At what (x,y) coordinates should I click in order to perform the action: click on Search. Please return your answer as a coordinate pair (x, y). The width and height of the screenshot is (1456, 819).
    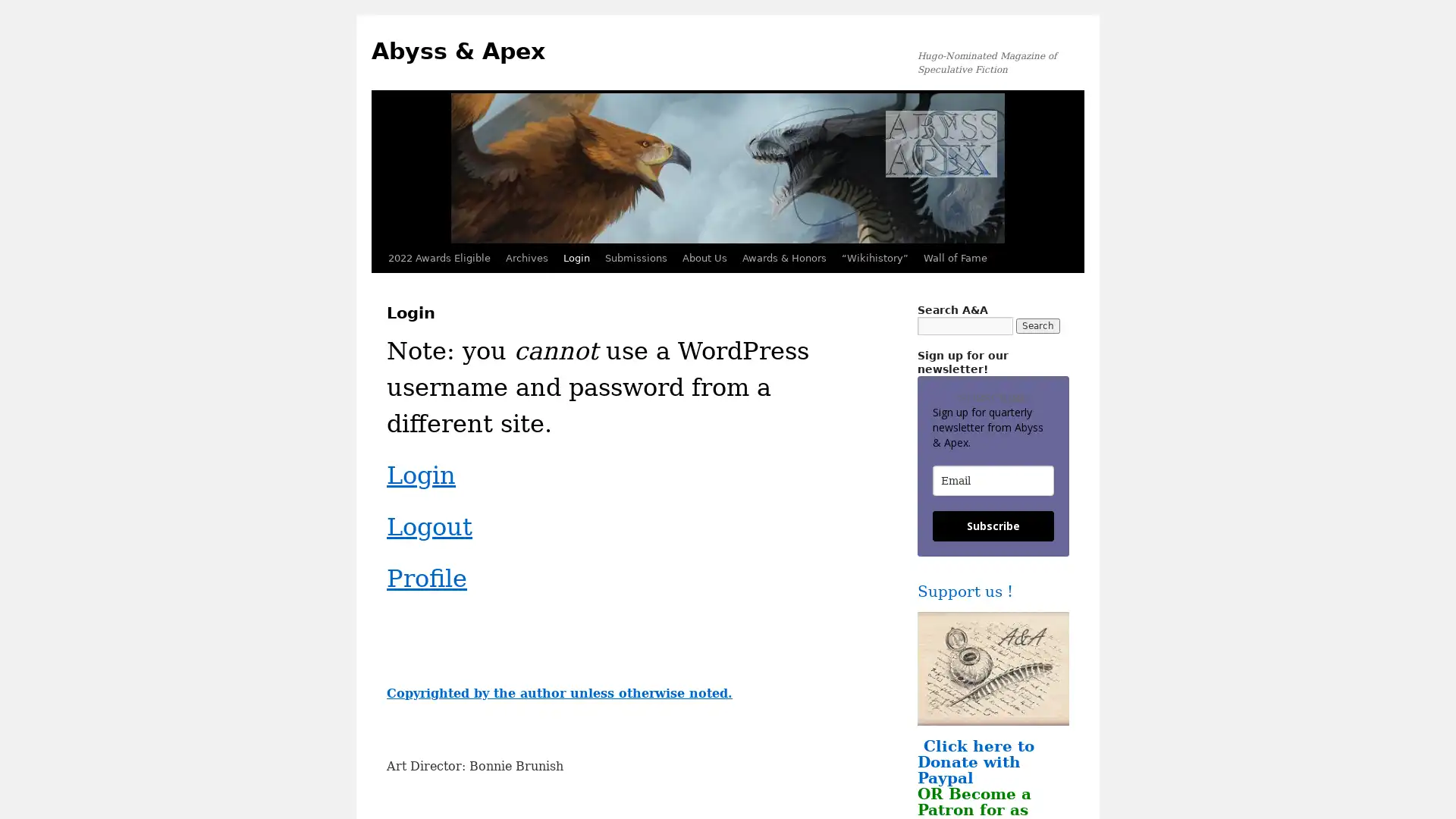
    Looking at the image, I should click on (1037, 325).